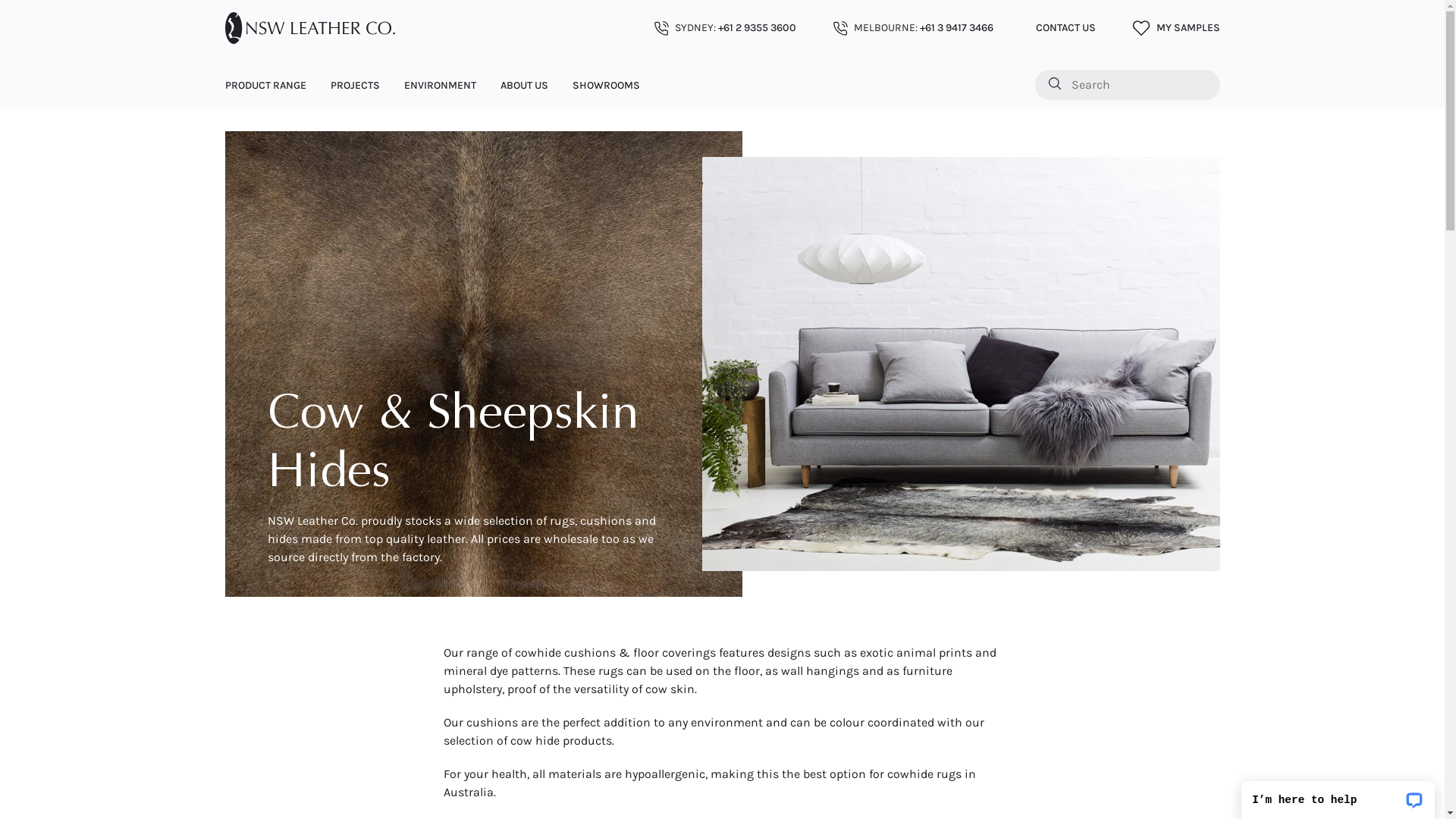 The height and width of the screenshot is (819, 1456). Describe the element at coordinates (723, 27) in the screenshot. I see `'SYDNEY: +61 2 9355 3600'` at that location.